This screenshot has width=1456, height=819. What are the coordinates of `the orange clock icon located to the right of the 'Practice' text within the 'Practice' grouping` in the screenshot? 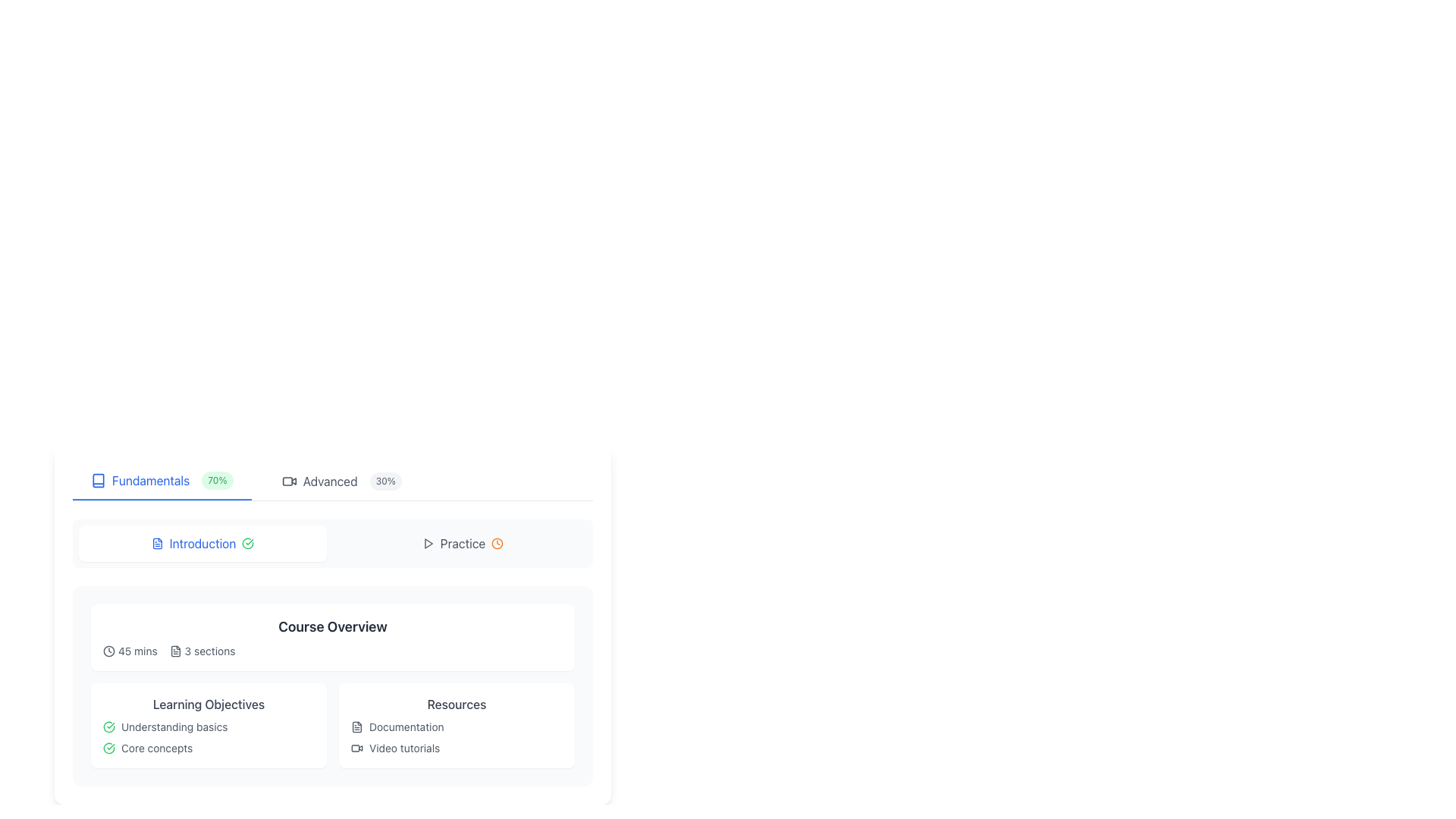 It's located at (497, 543).